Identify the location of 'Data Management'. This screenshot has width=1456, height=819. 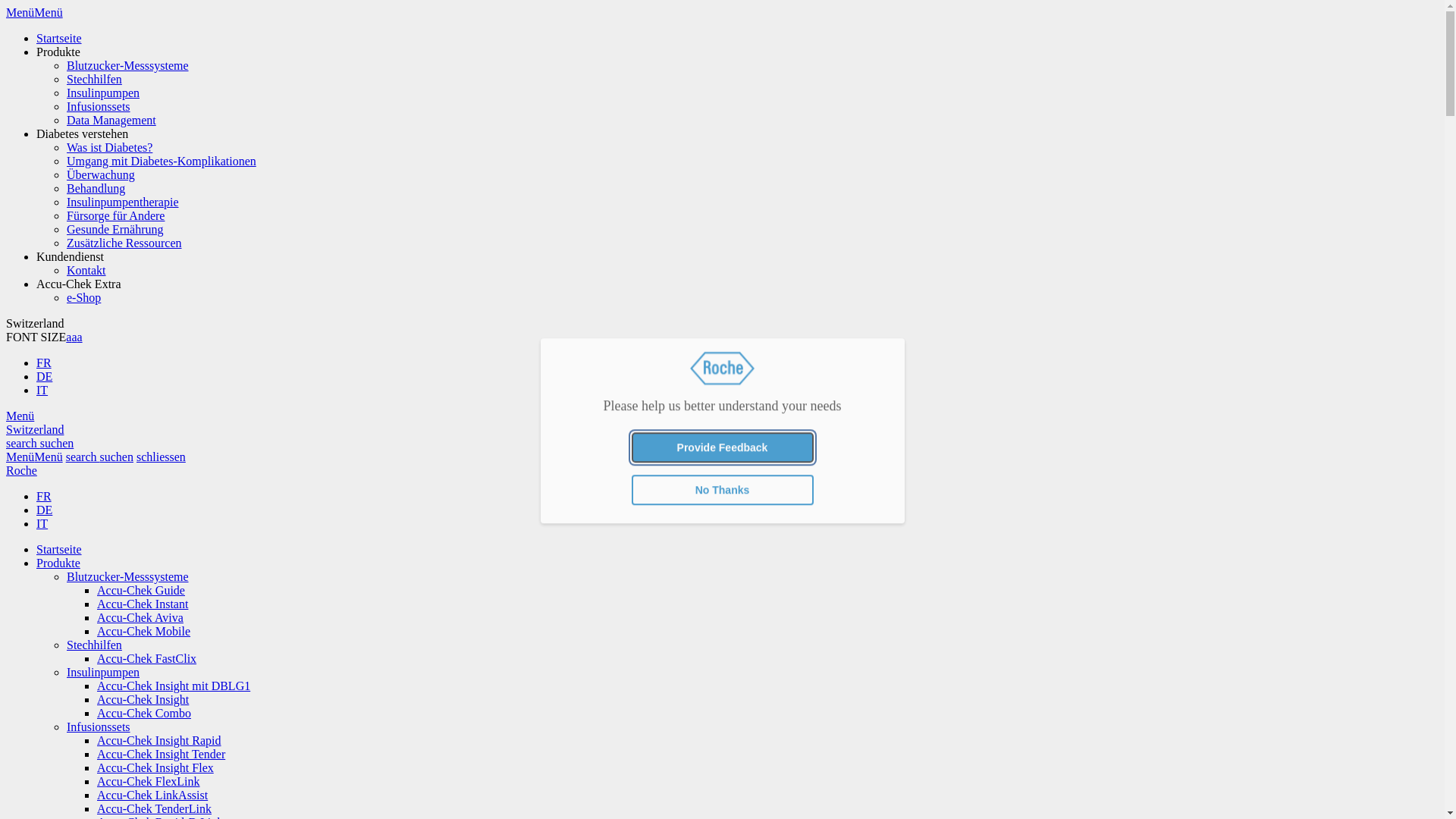
(65, 119).